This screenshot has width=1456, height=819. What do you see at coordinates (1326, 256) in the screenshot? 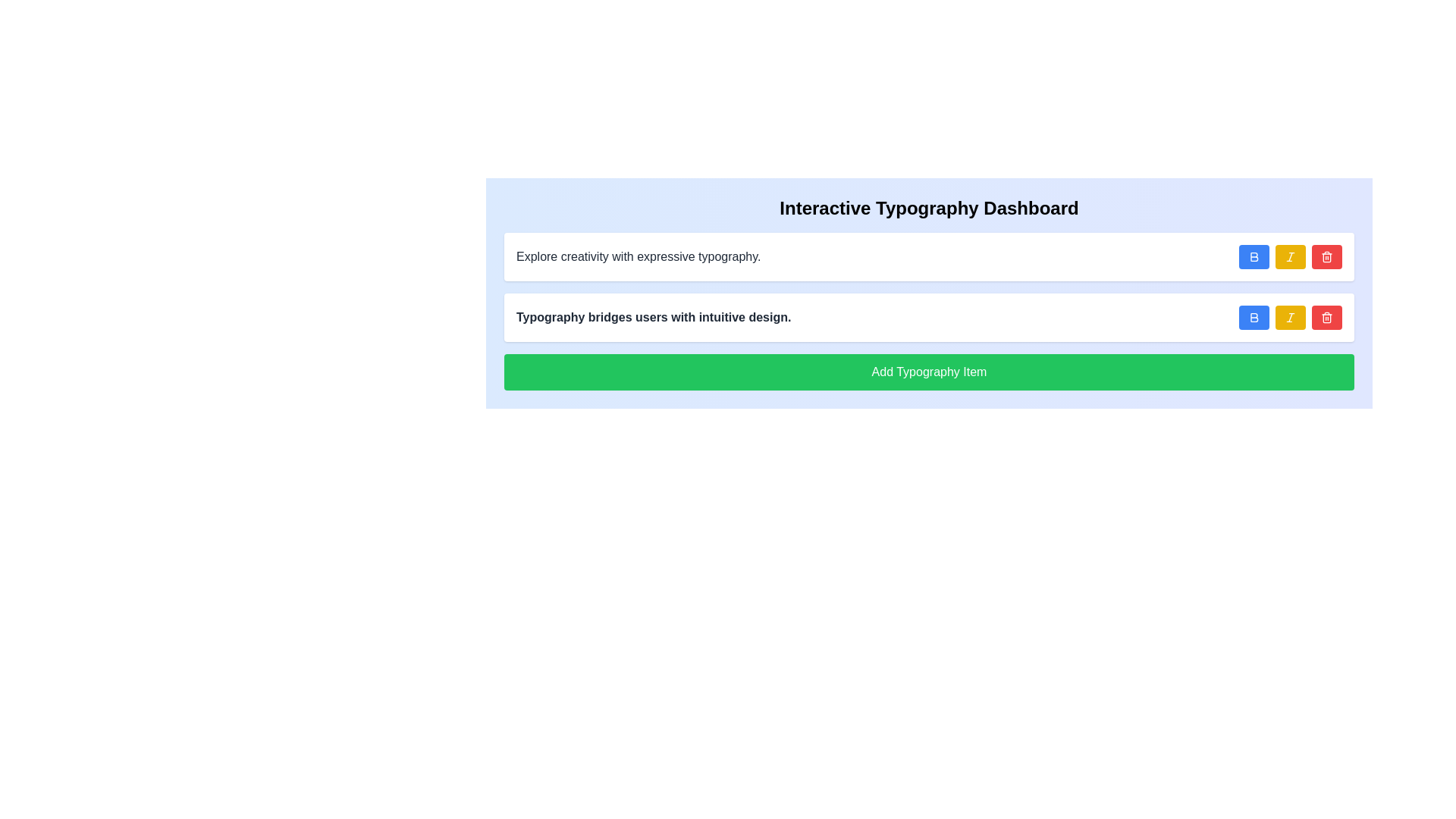
I see `the red button with a trash can icon, located to the right of the yellow italicized button and the blue bold button` at bounding box center [1326, 256].